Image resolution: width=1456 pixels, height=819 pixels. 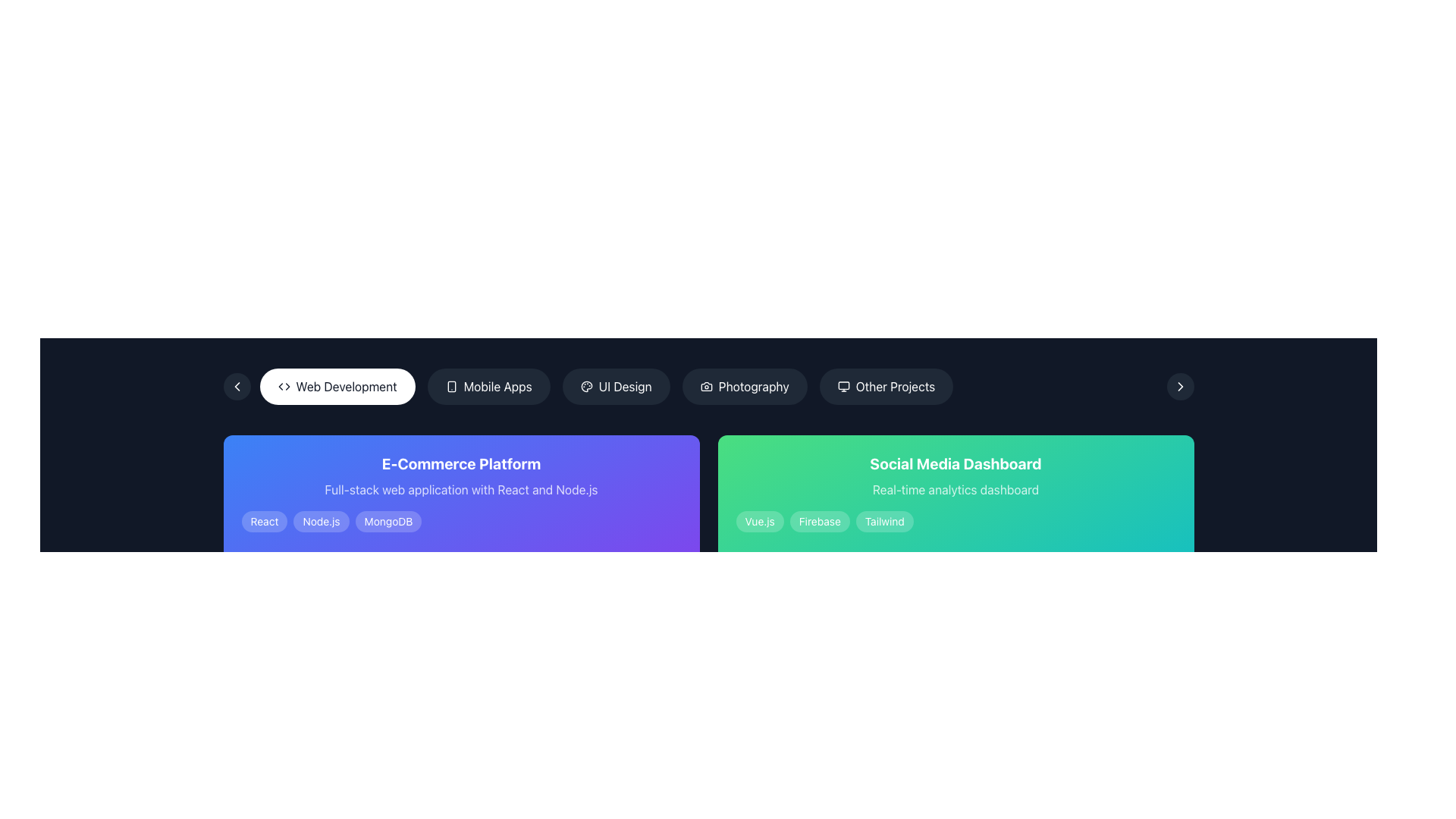 What do you see at coordinates (616, 385) in the screenshot?
I see `the third button in the horizontally aligned group of buttons` at bounding box center [616, 385].